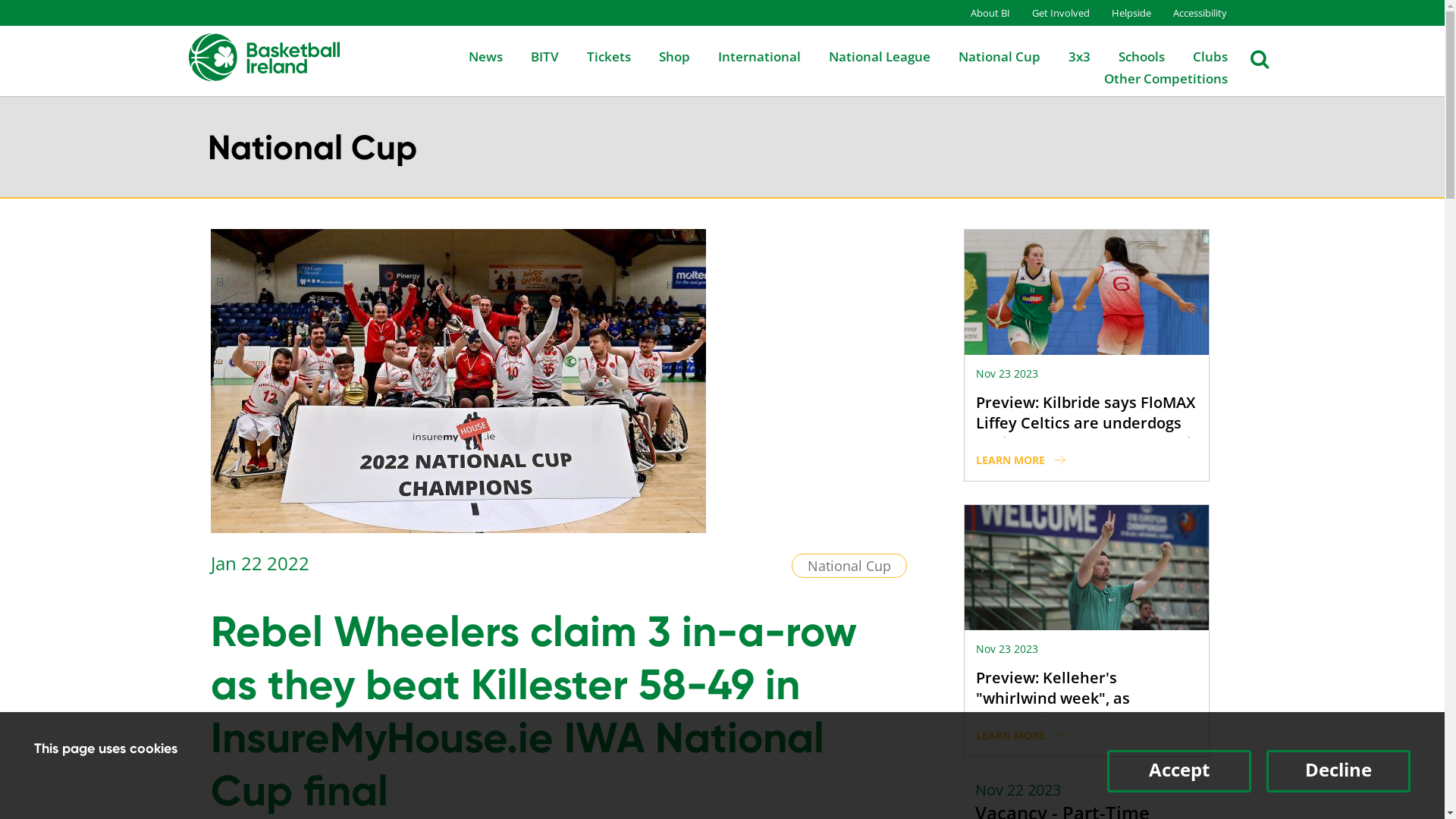 Image resolution: width=1456 pixels, height=819 pixels. I want to click on 'International', so click(745, 55).